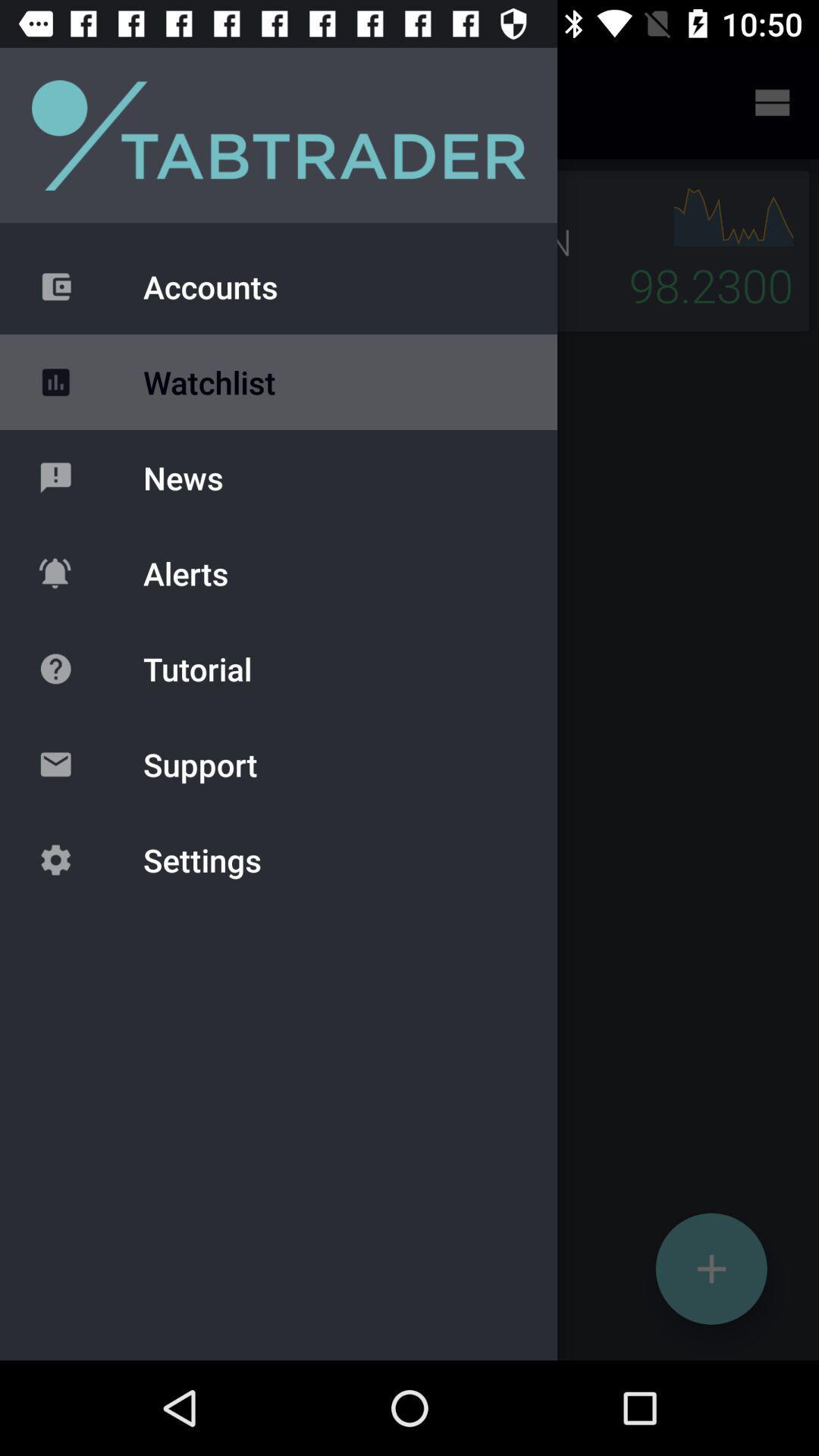 Image resolution: width=819 pixels, height=1456 pixels. I want to click on the add icon, so click(711, 1269).